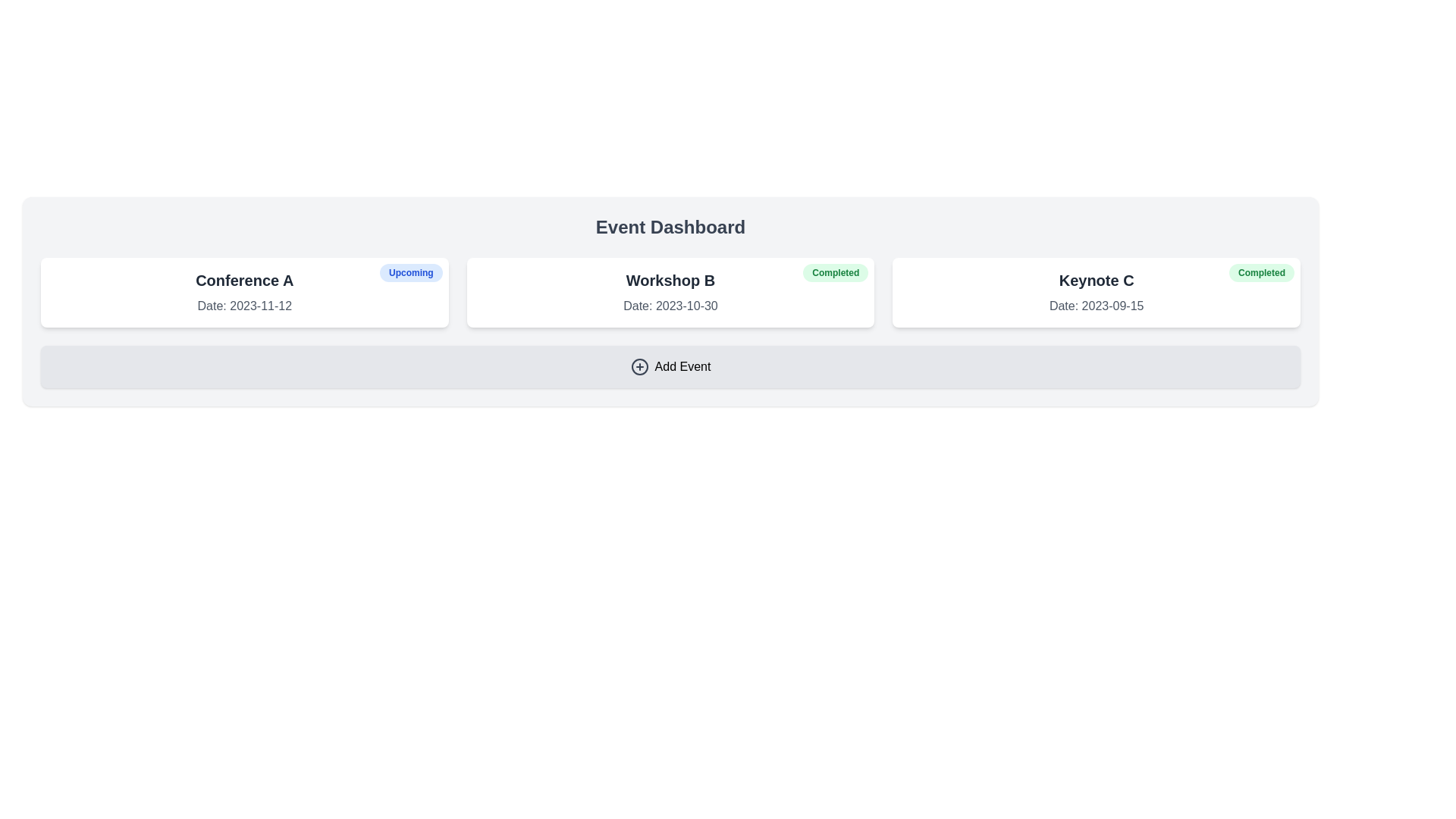 This screenshot has height=819, width=1456. What do you see at coordinates (1262, 271) in the screenshot?
I see `the 'Completed' status label styled in bold green font at the top-right corner of the 'Keynote C' event card` at bounding box center [1262, 271].